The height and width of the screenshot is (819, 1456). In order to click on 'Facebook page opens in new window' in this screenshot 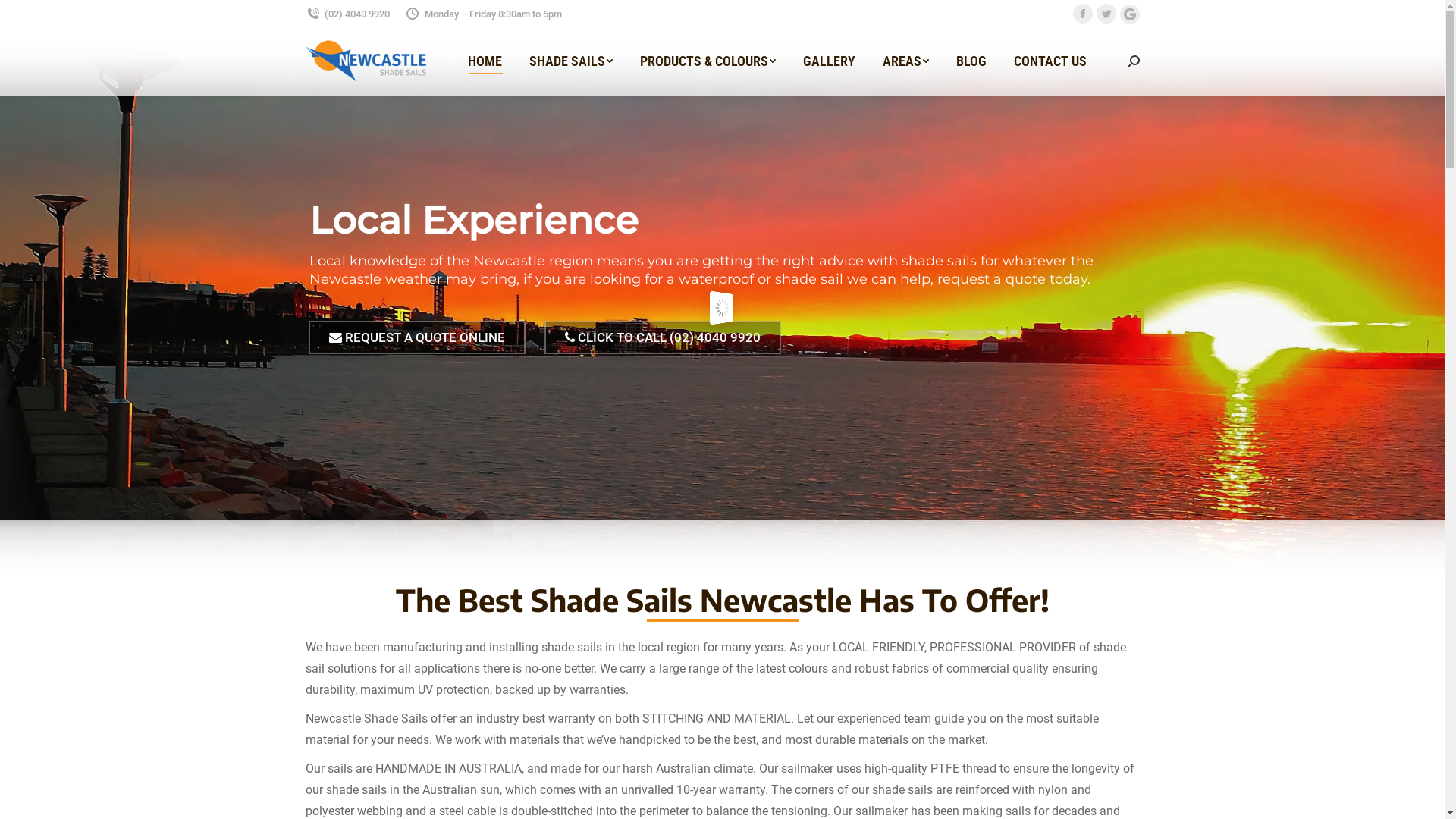, I will do `click(1081, 12)`.